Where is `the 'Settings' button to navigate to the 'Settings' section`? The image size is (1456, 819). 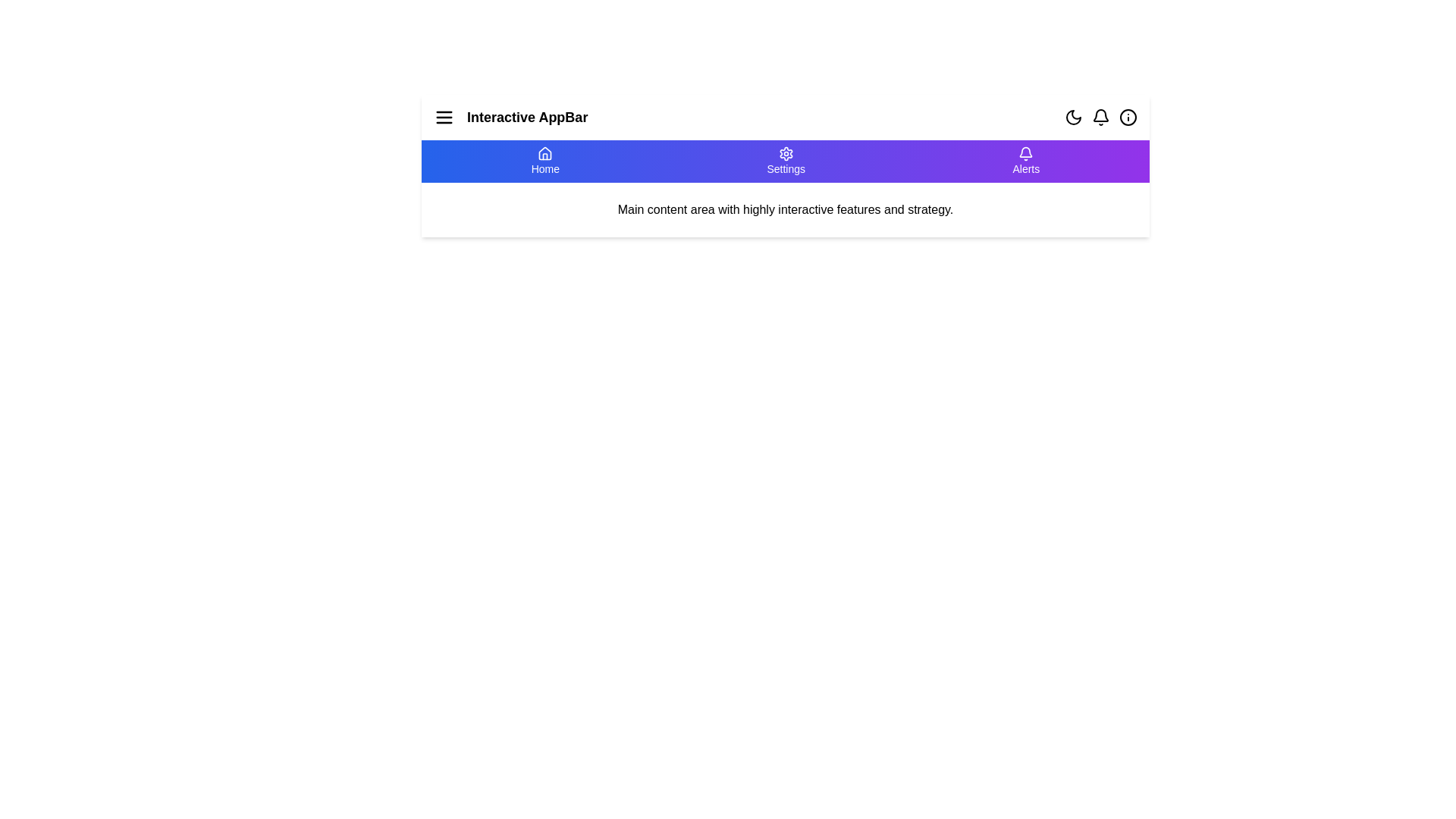 the 'Settings' button to navigate to the 'Settings' section is located at coordinates (786, 161).